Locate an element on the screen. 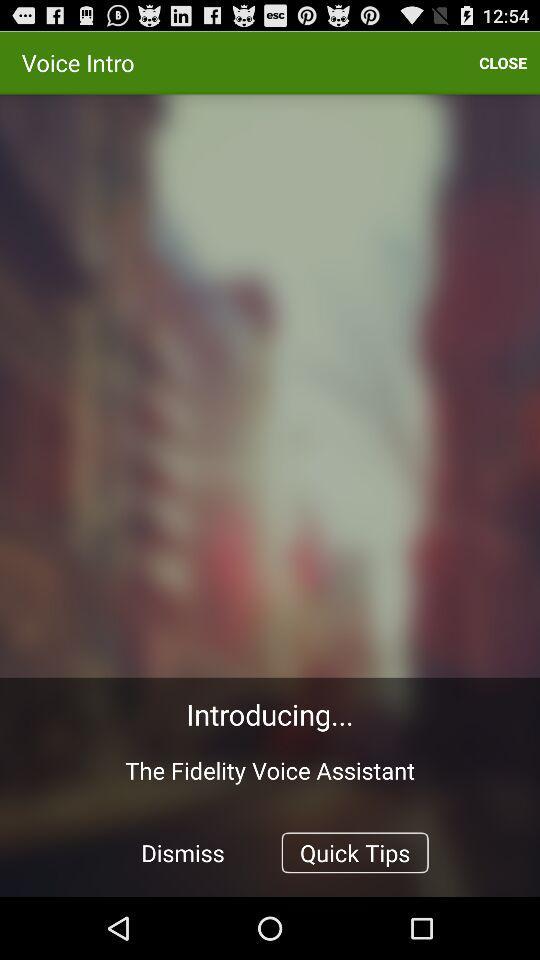  item to the right of dismiss button is located at coordinates (354, 851).